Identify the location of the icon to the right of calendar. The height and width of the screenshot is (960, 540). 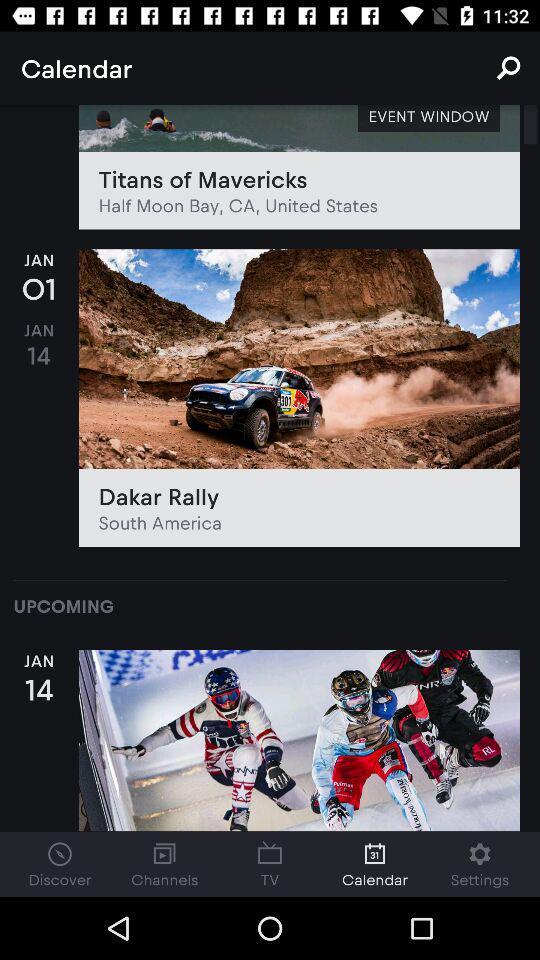
(508, 68).